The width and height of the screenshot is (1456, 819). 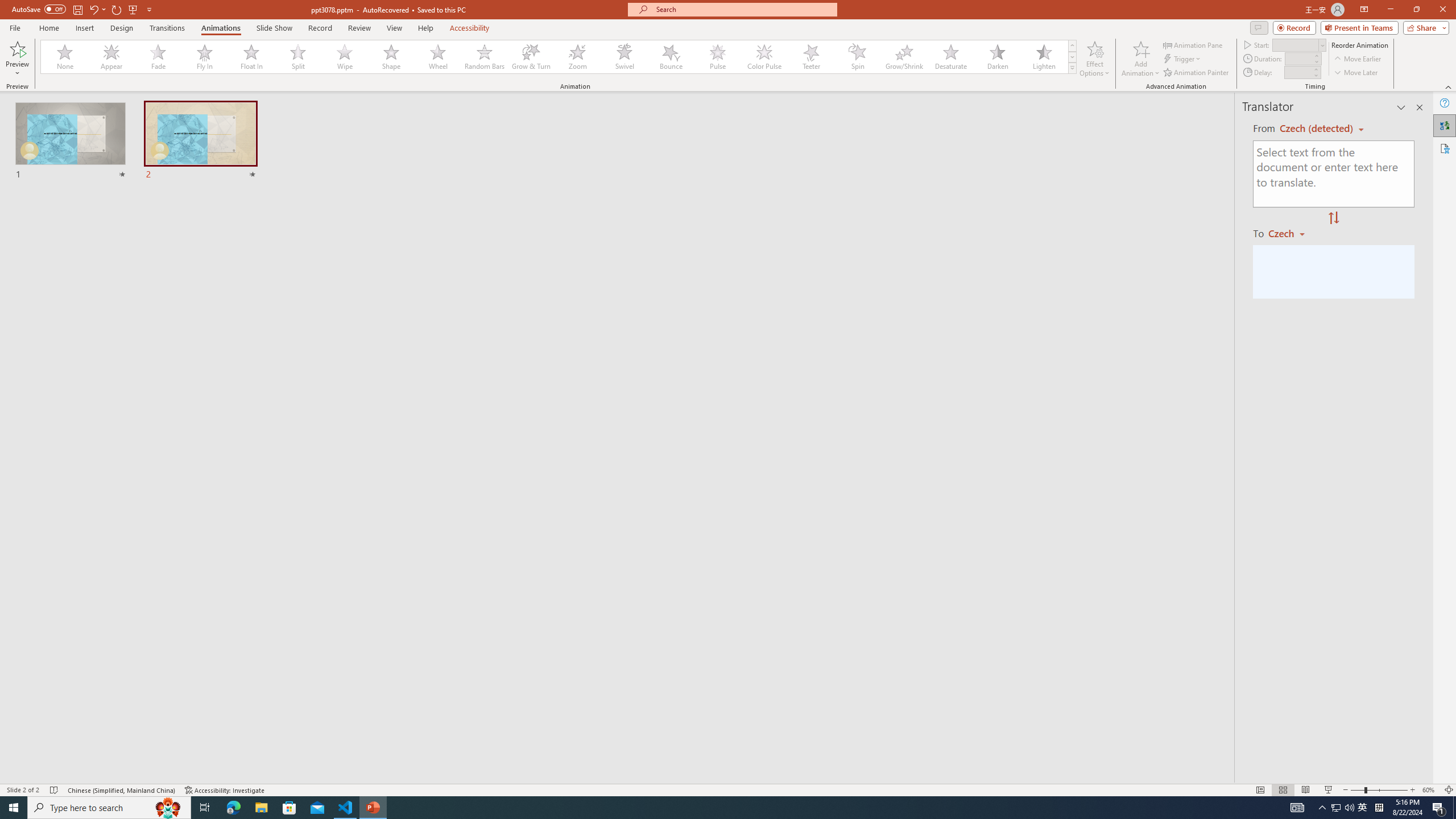 I want to click on 'Lighten', so click(x=1043, y=56).